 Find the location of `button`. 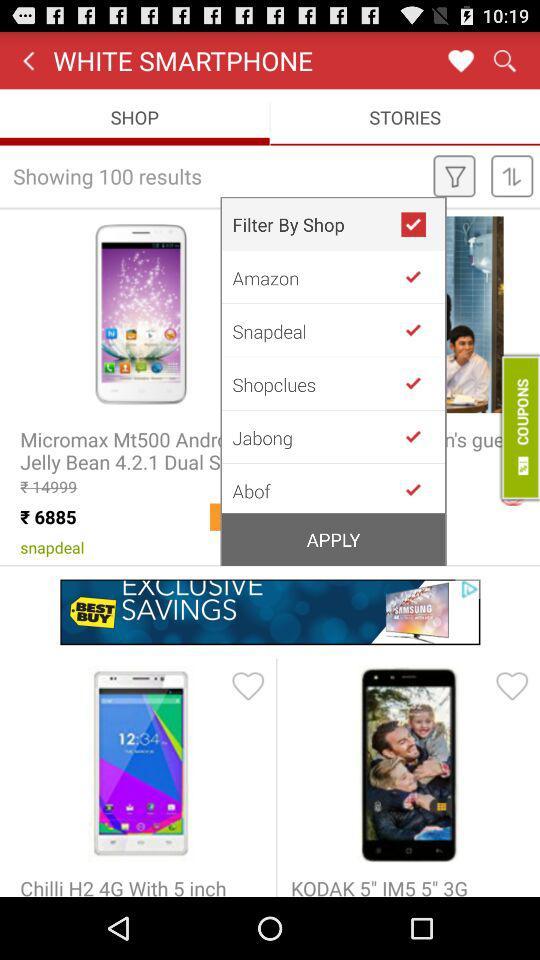

button is located at coordinates (420, 382).